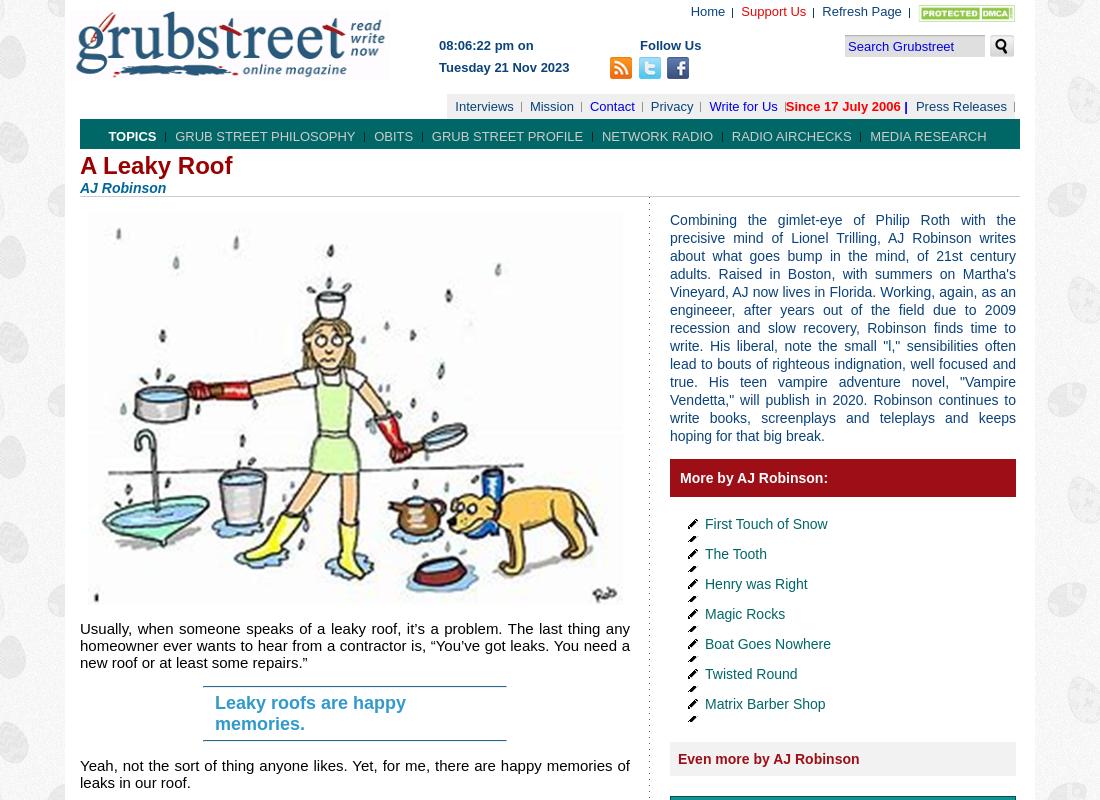 Image resolution: width=1100 pixels, height=800 pixels. I want to click on 'Topics', so click(132, 136).